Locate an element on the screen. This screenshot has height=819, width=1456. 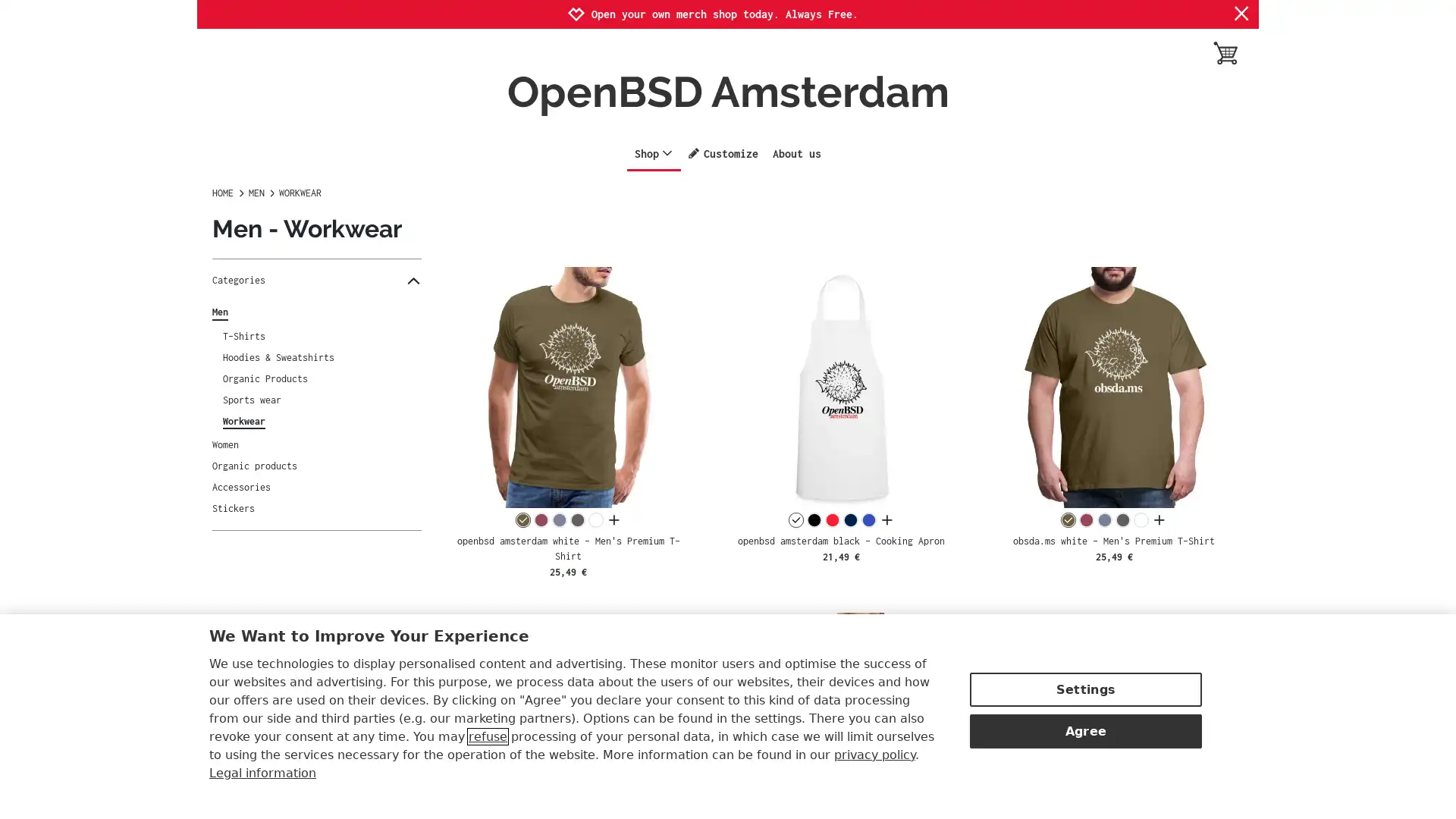
navy is located at coordinates (850, 519).